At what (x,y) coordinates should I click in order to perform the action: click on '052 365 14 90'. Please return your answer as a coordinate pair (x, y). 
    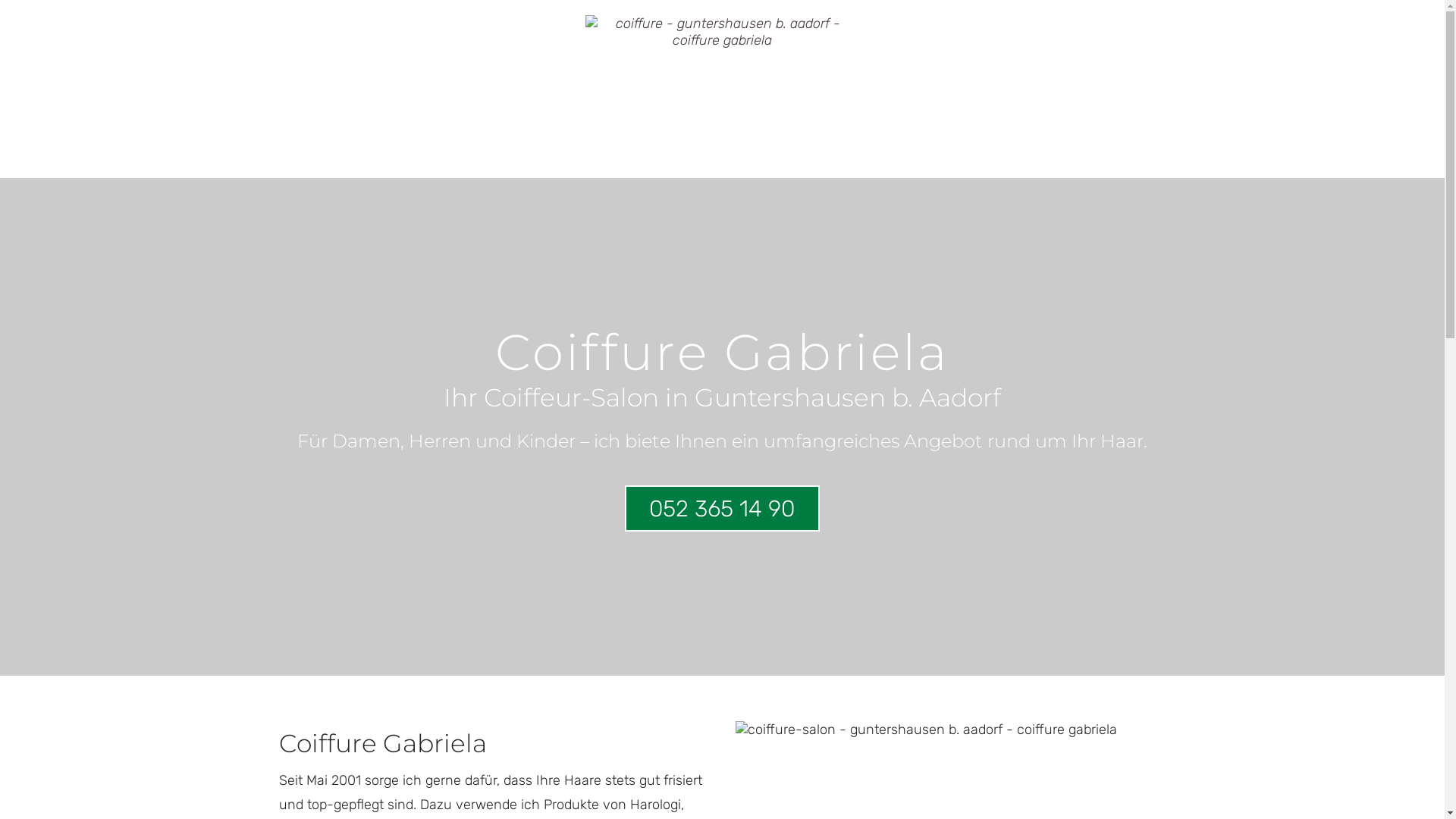
    Looking at the image, I should click on (721, 508).